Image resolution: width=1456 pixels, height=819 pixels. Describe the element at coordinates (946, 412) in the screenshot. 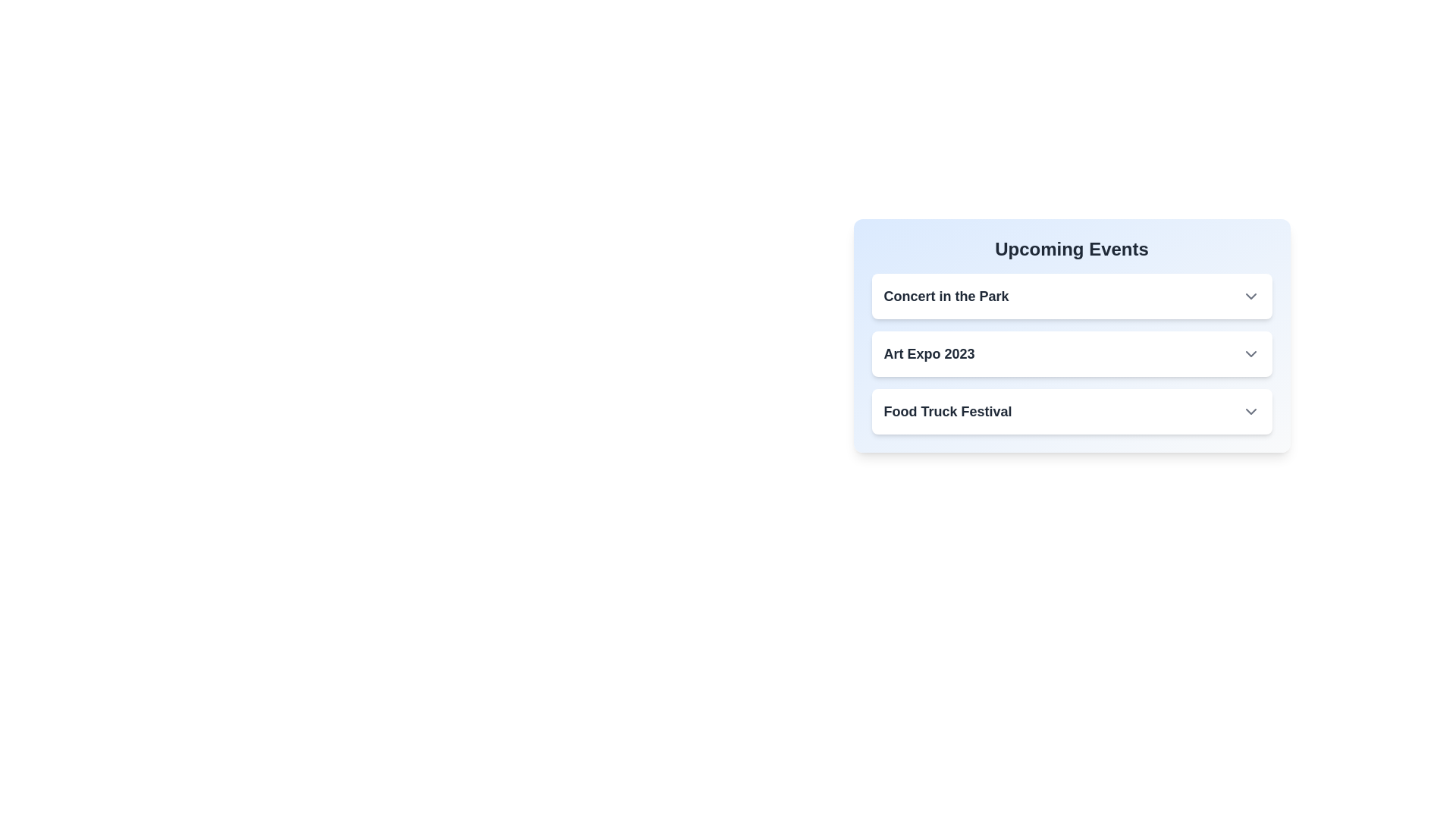

I see `the event title Food Truck Festival to toggle its expanded state` at that location.